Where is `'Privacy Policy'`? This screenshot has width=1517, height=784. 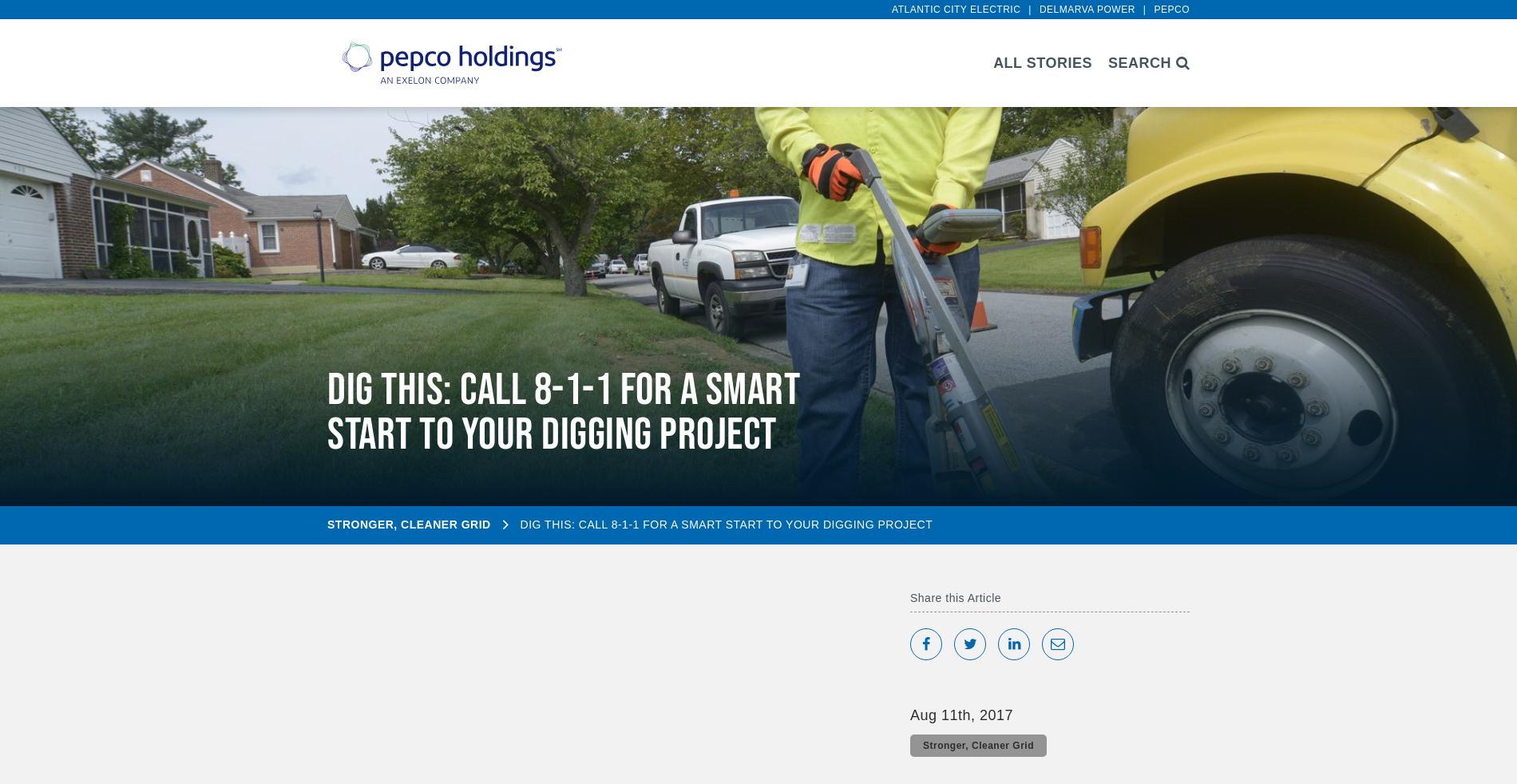
'Privacy Policy' is located at coordinates (125, 731).